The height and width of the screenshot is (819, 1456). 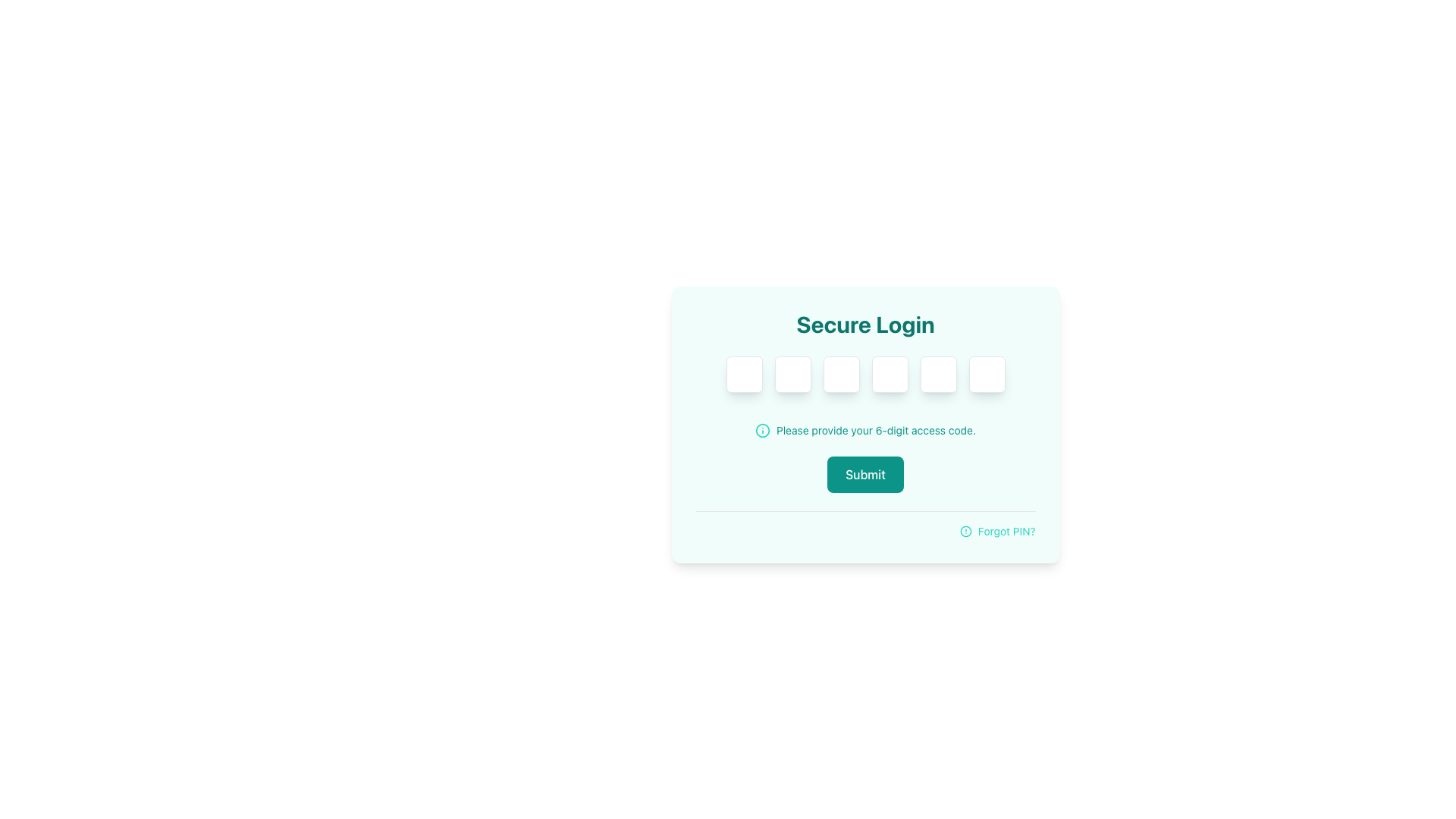 I want to click on the small circular teal icon with a centered exclamation mark, which indicates an alert or warning, located to the left of the 'Forgot PIN?' text in the bottom right corner of the login form, so click(x=965, y=531).